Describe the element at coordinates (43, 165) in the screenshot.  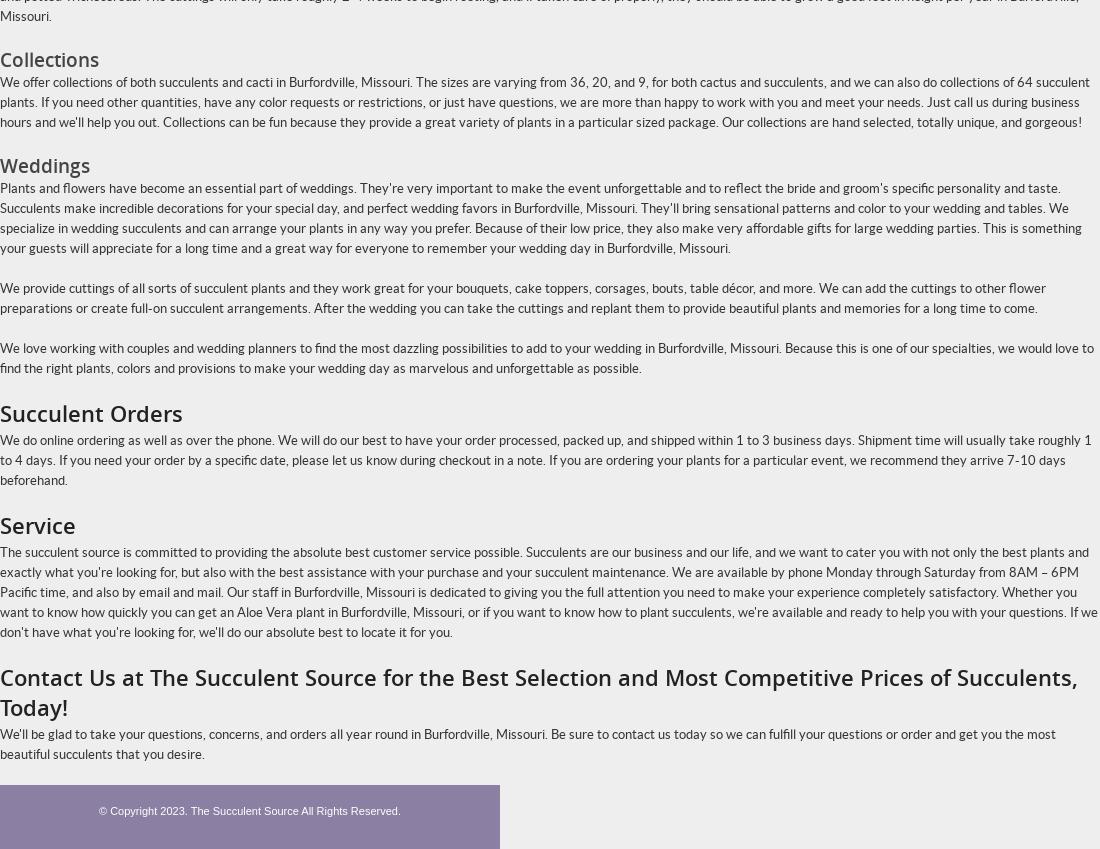
I see `'Weddings'` at that location.